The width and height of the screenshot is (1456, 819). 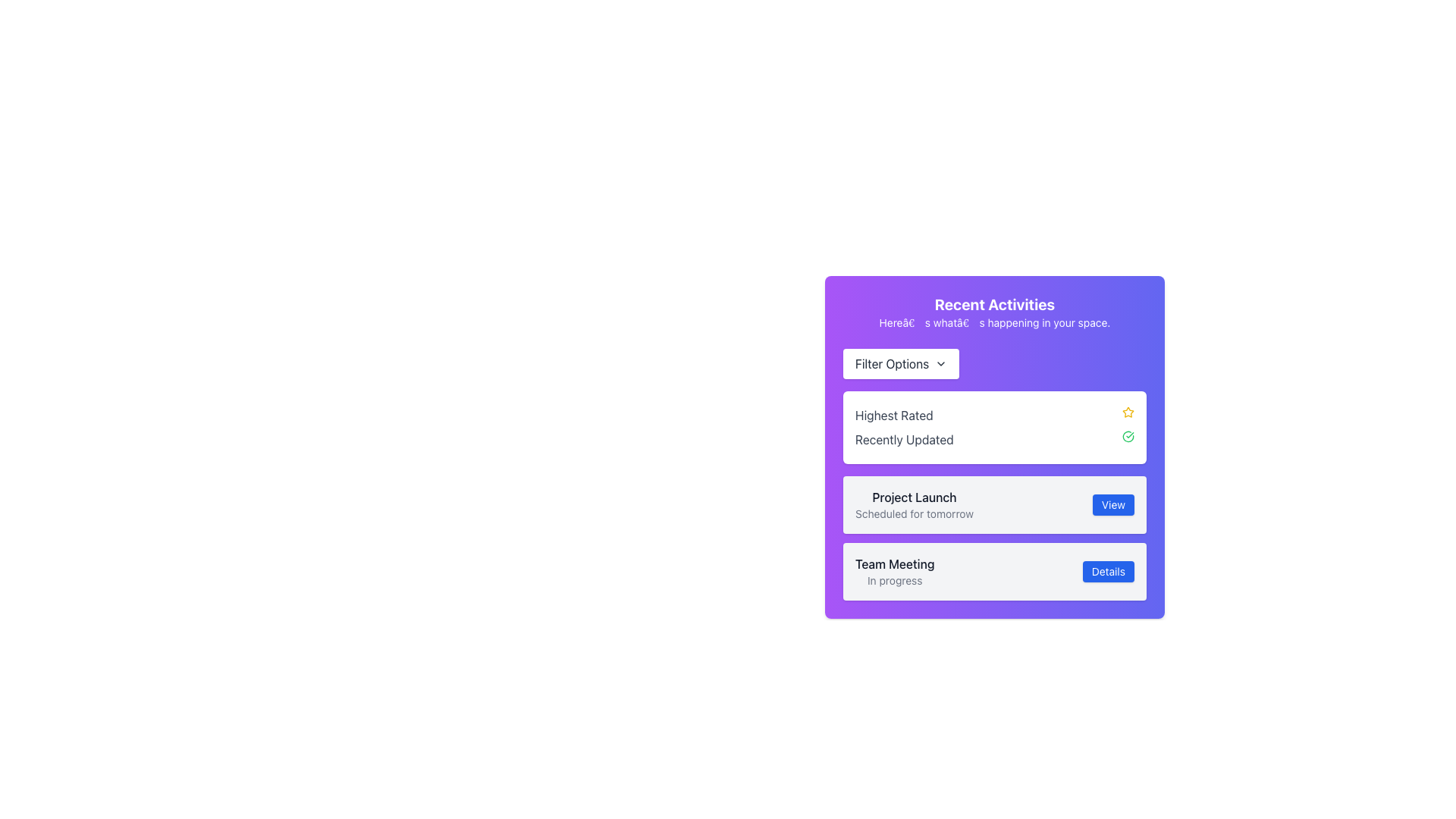 What do you see at coordinates (901, 363) in the screenshot?
I see `the 'Filter Options' dropdown menu` at bounding box center [901, 363].